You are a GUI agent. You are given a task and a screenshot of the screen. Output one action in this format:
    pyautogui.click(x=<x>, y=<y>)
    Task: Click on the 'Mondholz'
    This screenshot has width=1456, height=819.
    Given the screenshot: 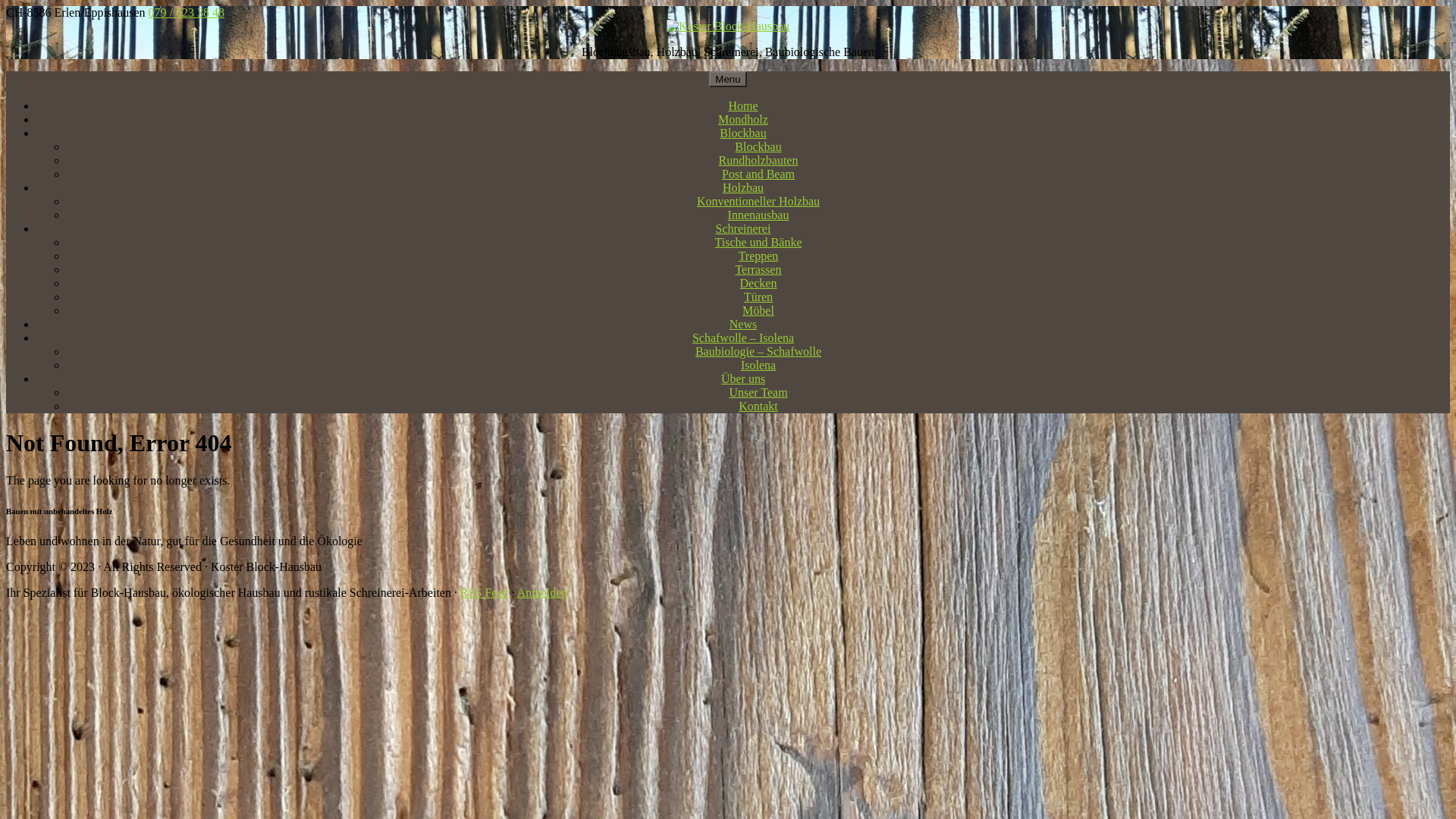 What is the action you would take?
    pyautogui.click(x=742, y=118)
    